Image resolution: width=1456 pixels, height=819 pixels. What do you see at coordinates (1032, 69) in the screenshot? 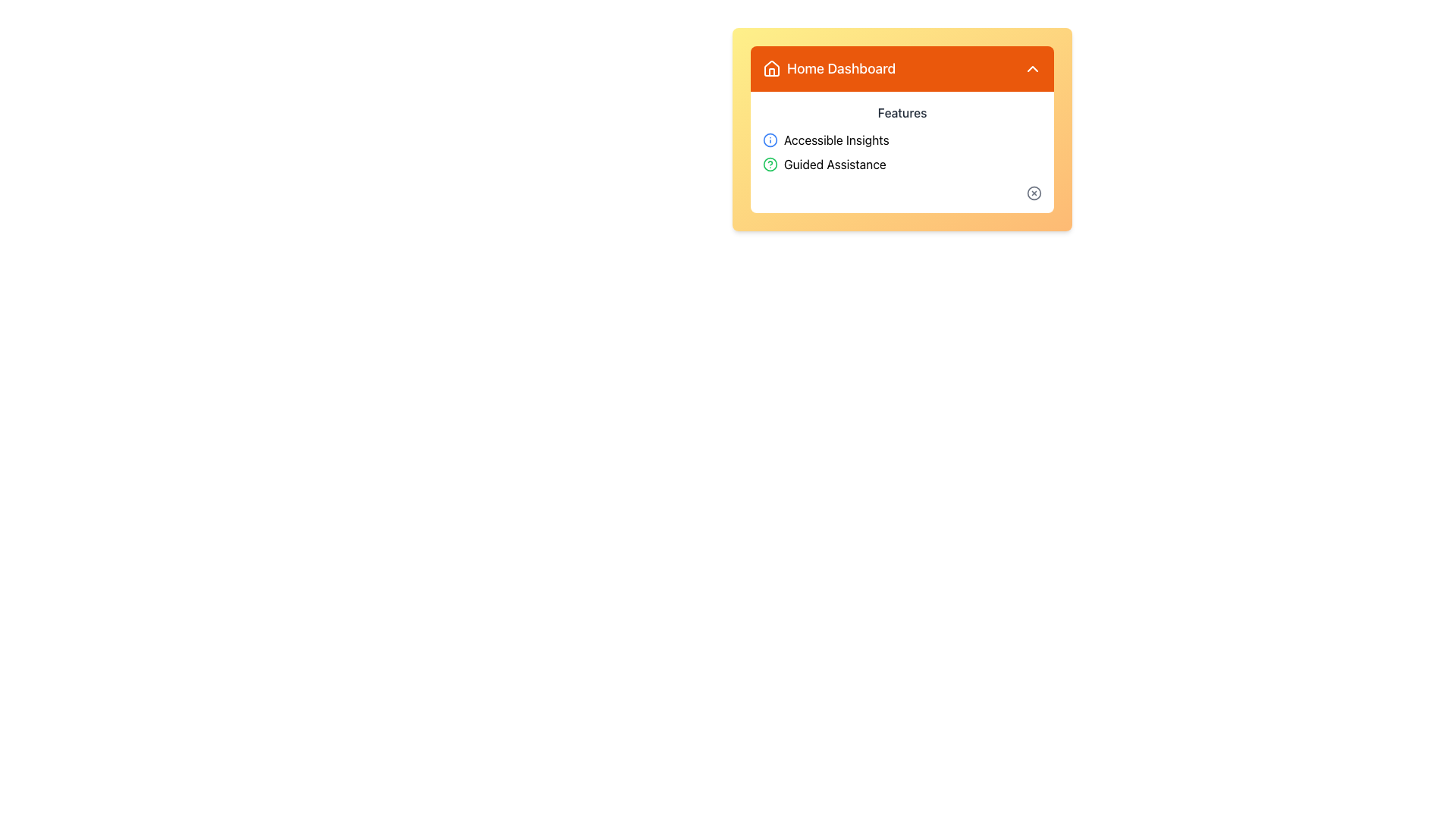
I see `the icon button at the top-right corner of the 'Home Dashboard' header` at bounding box center [1032, 69].